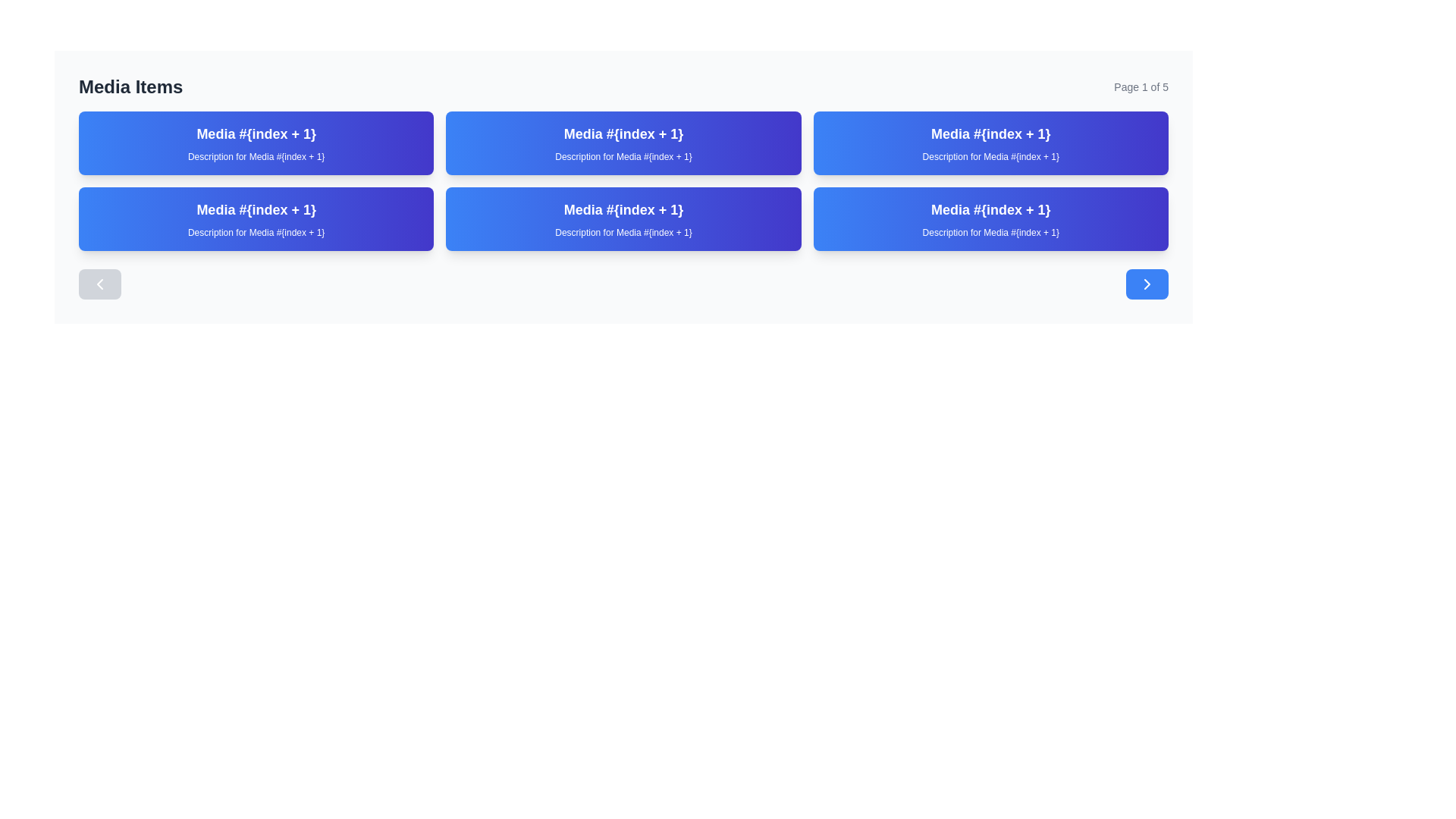  I want to click on the informational text label located at the lower portion of the blue gradient card, which is the third card in the second row of the grid layout, so click(623, 233).